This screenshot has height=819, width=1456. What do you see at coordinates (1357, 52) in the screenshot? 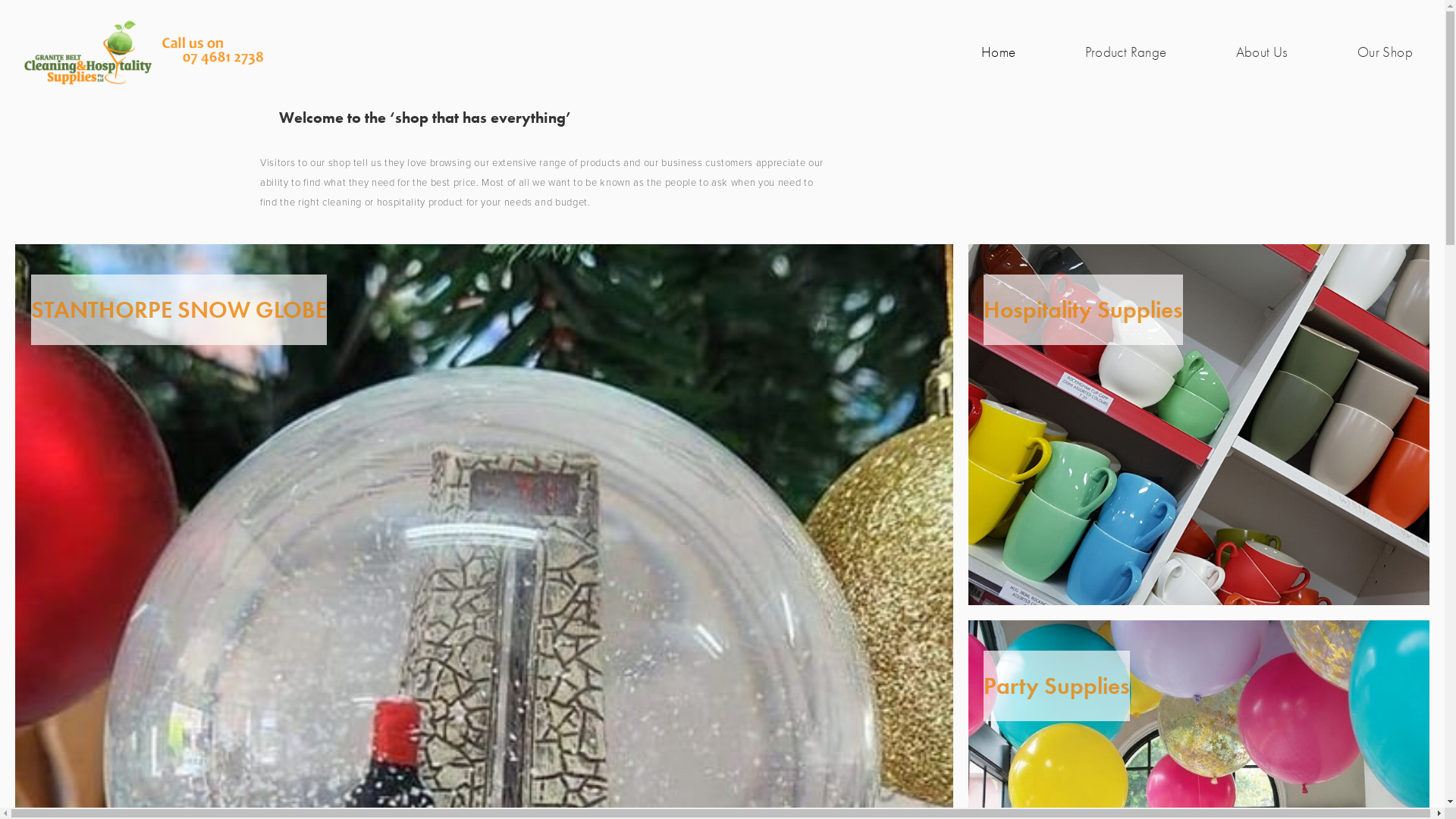
I see `'Our Shop'` at bounding box center [1357, 52].